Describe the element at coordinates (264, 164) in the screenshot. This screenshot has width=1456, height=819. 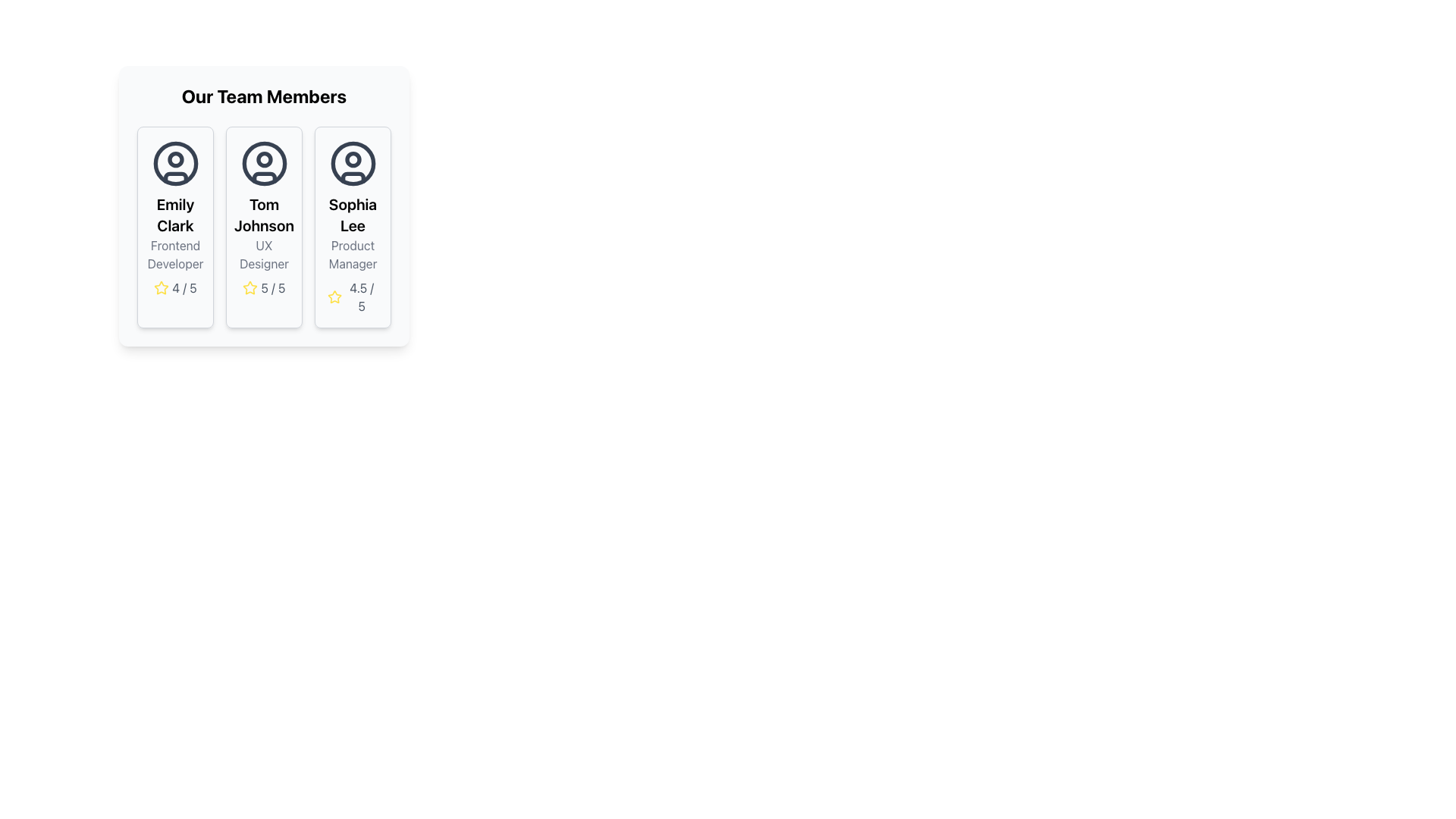
I see `the avatar icon representing user 'Tom Johnson' in the team members' profile display, which is located in the second card of a horizontally aligned list of three cards` at that location.